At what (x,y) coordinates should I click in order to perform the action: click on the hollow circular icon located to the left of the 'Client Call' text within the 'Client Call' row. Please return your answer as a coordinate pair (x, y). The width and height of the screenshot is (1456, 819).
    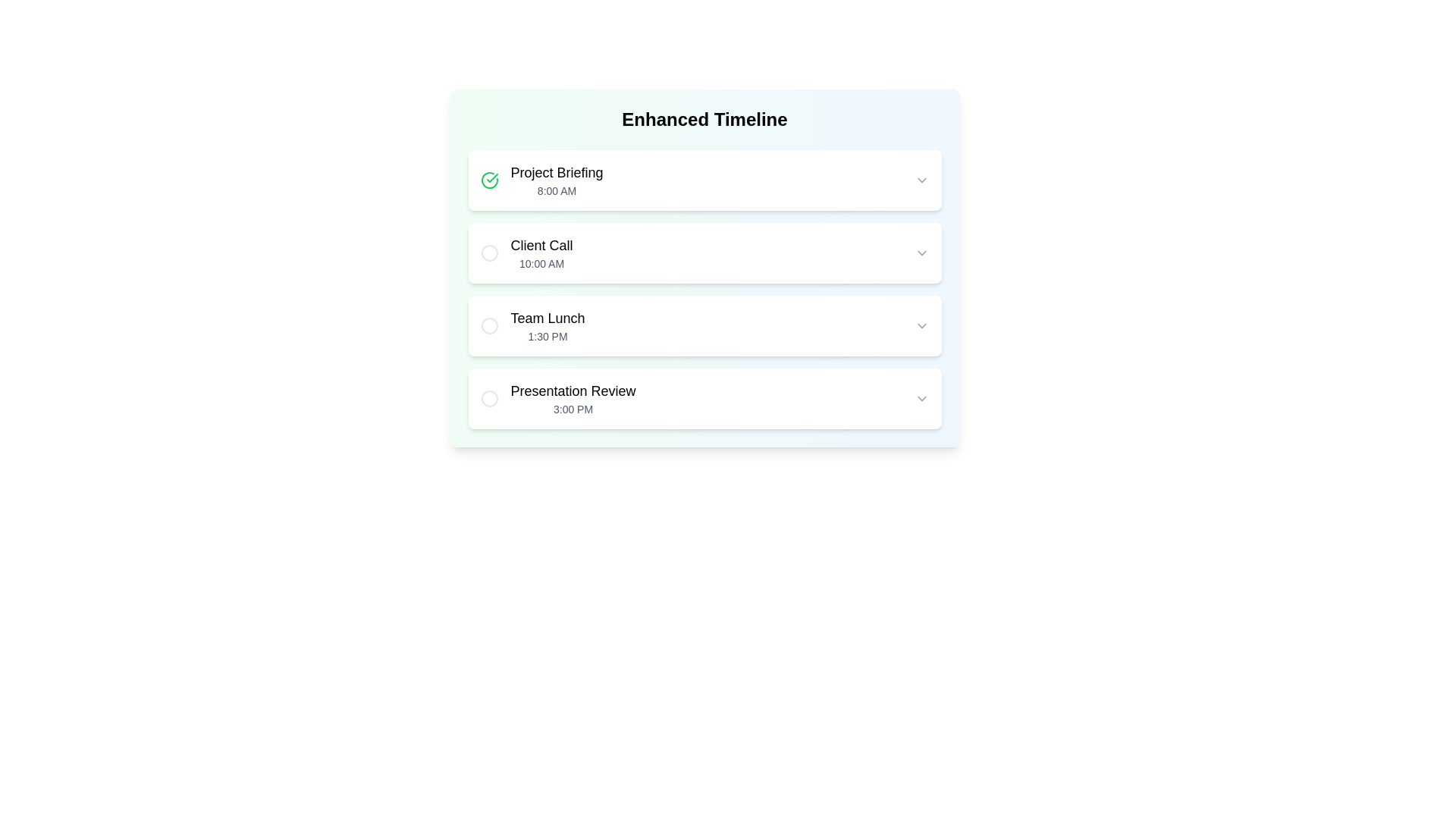
    Looking at the image, I should click on (489, 253).